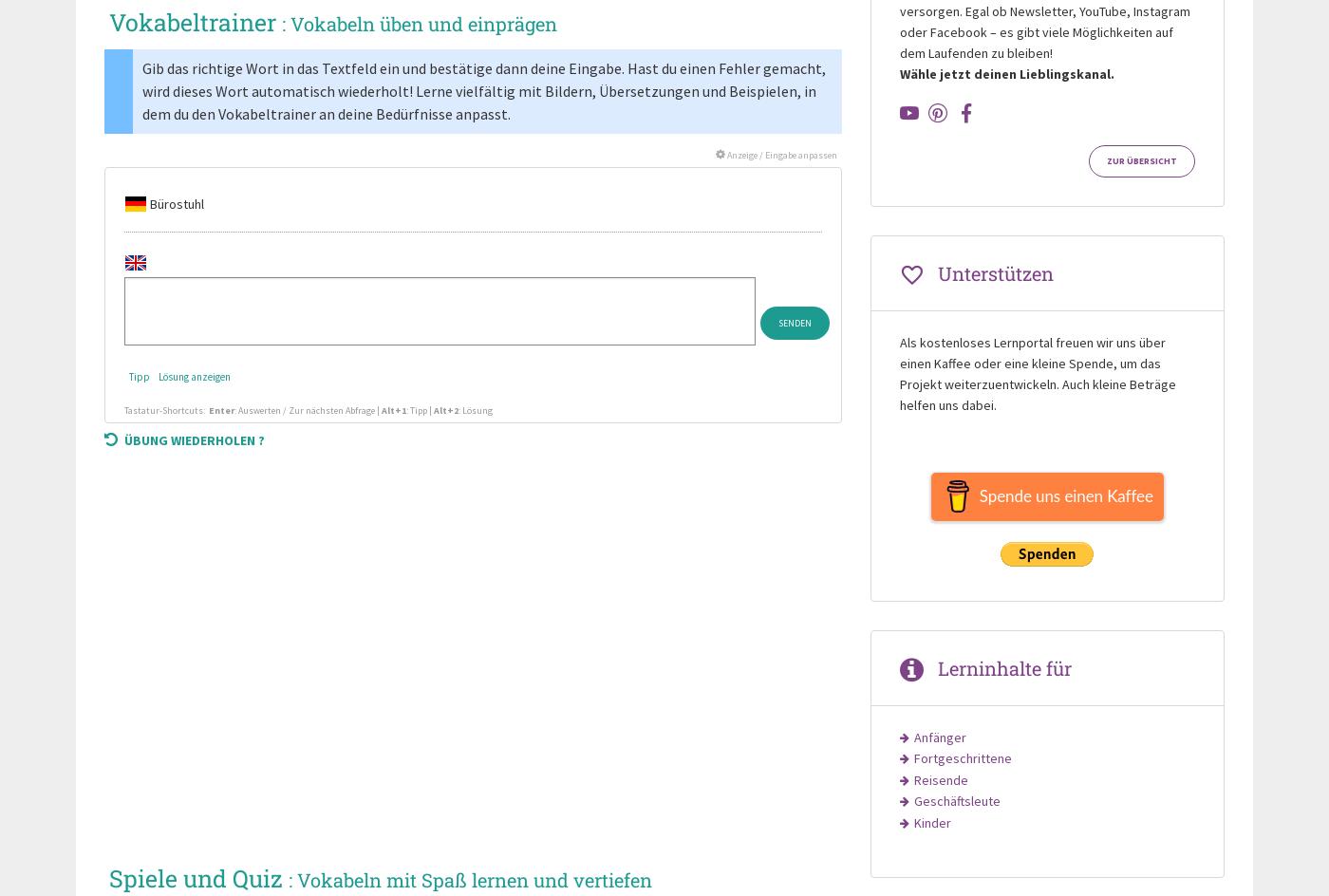  Describe the element at coordinates (195, 877) in the screenshot. I see `'Spiele und Quiz'` at that location.